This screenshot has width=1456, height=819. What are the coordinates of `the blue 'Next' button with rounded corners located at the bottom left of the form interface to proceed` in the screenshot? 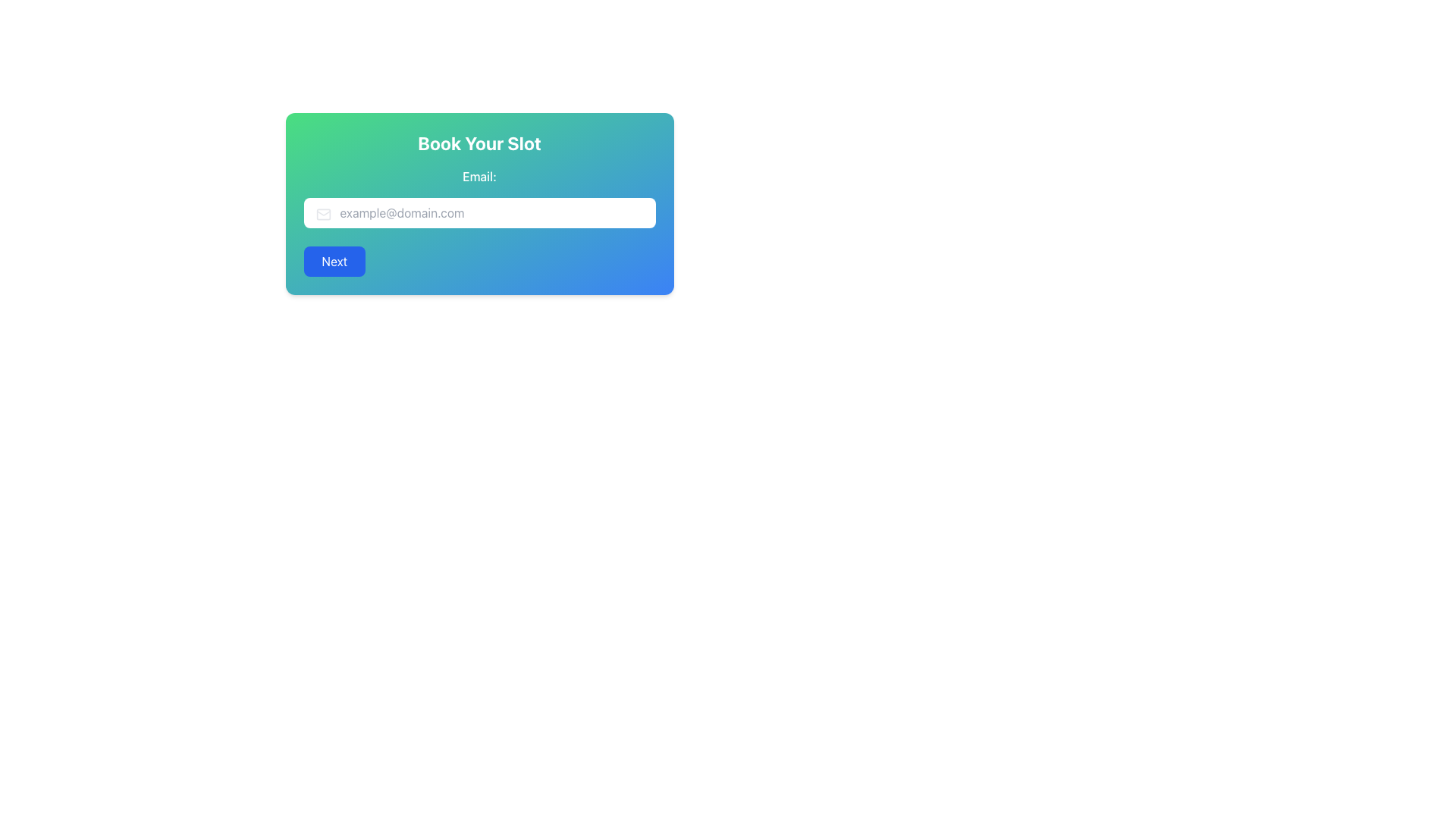 It's located at (334, 260).